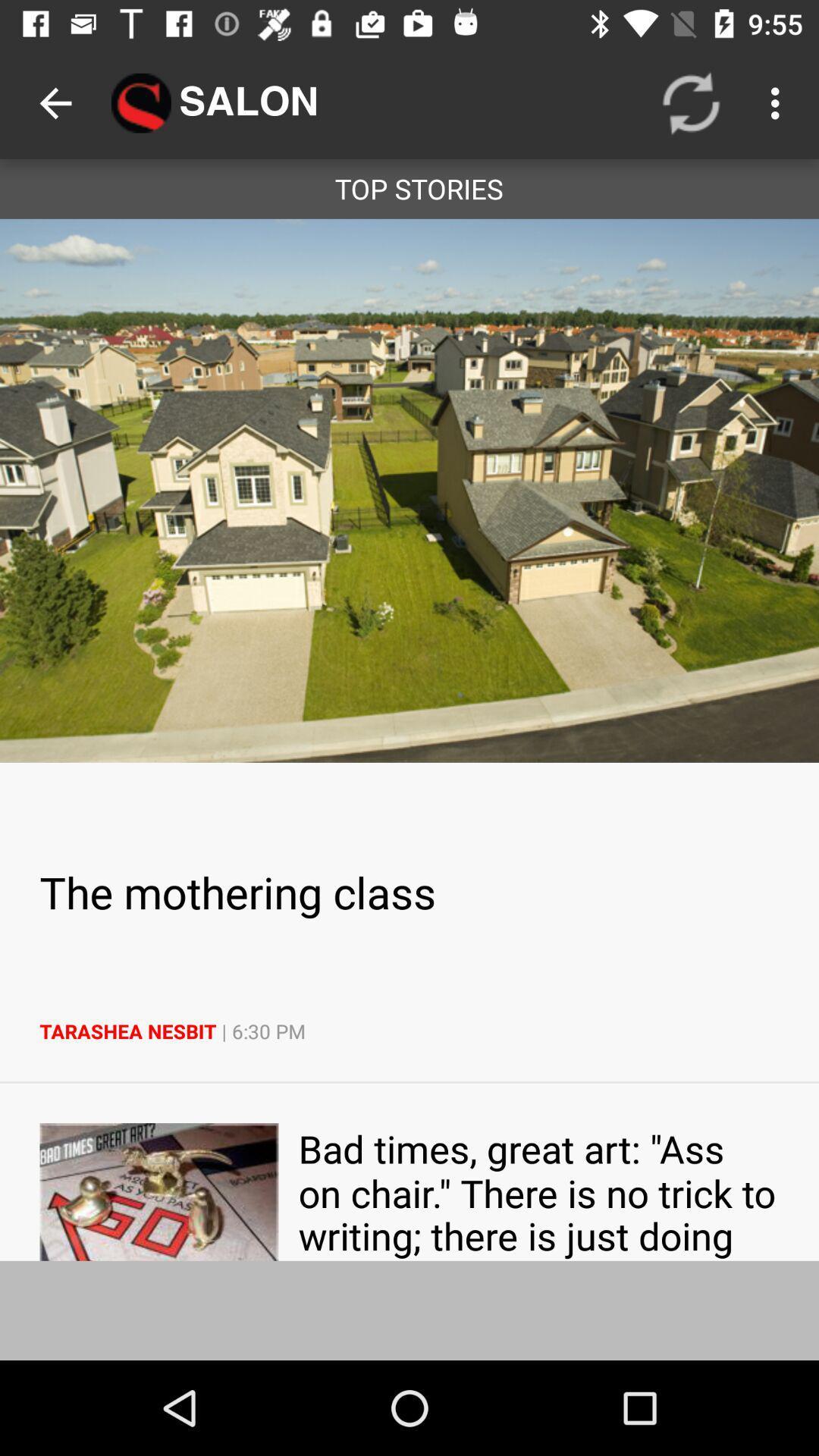  Describe the element at coordinates (409, 1031) in the screenshot. I see `tarashea nesbit 6 item` at that location.